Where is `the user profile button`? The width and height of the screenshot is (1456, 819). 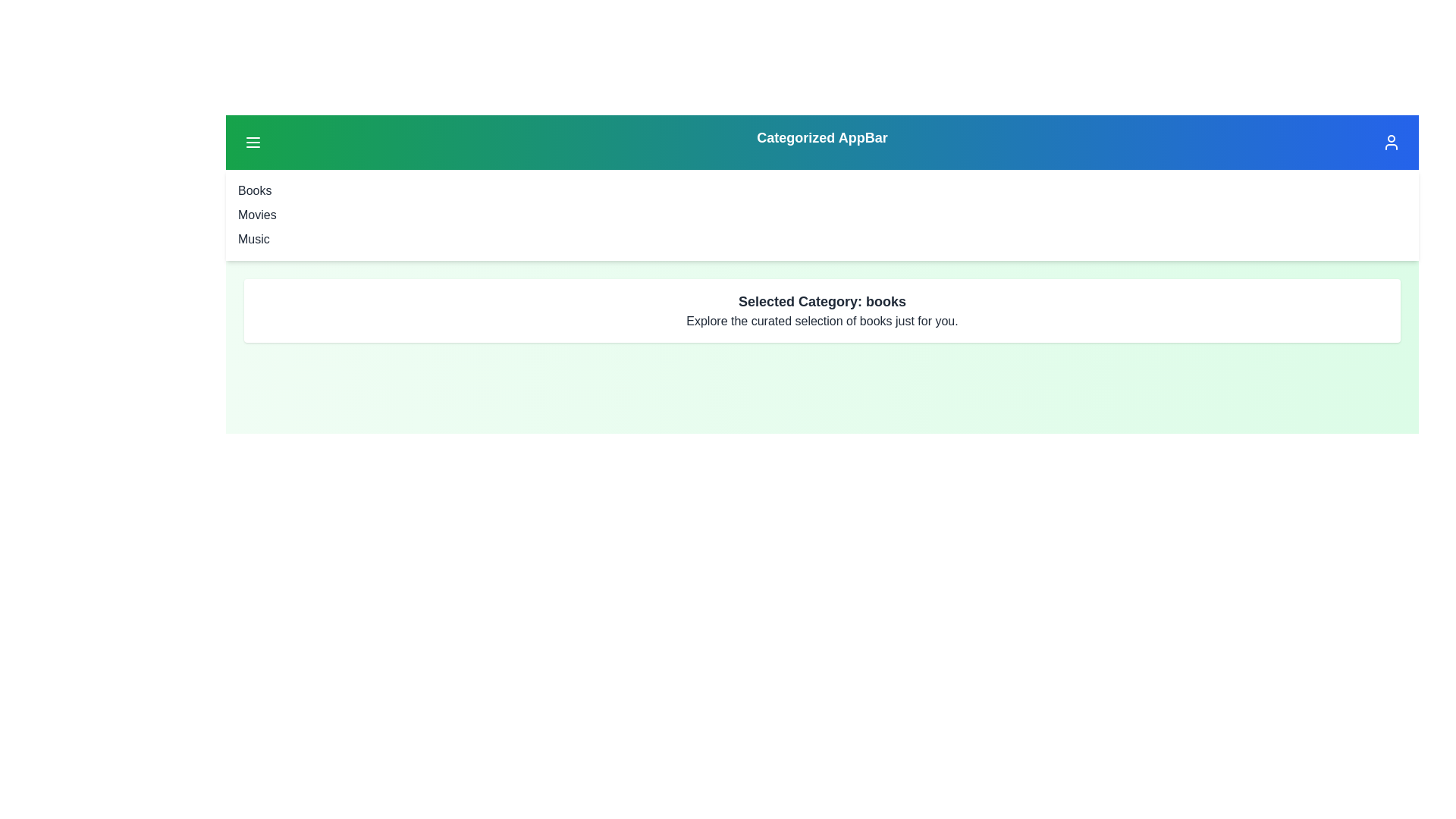 the user profile button is located at coordinates (1391, 143).